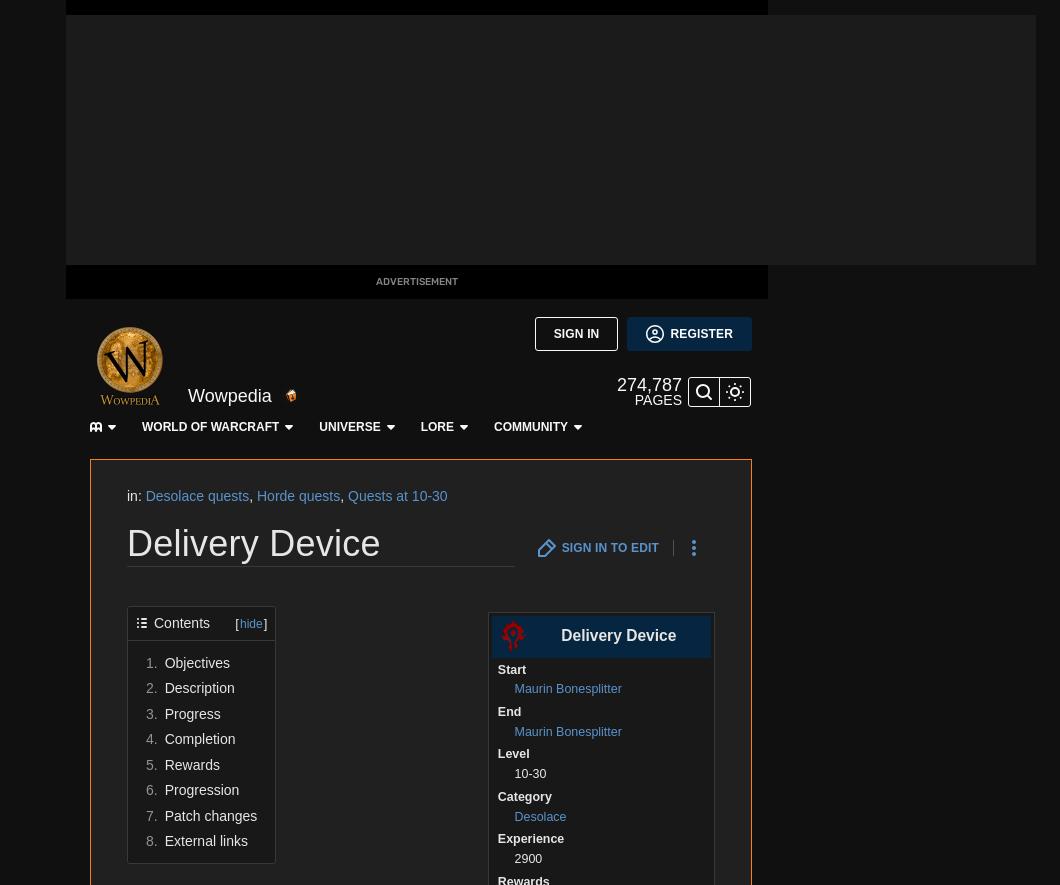  Describe the element at coordinates (126, 145) in the screenshot. I see `'10/29/2023'` at that location.